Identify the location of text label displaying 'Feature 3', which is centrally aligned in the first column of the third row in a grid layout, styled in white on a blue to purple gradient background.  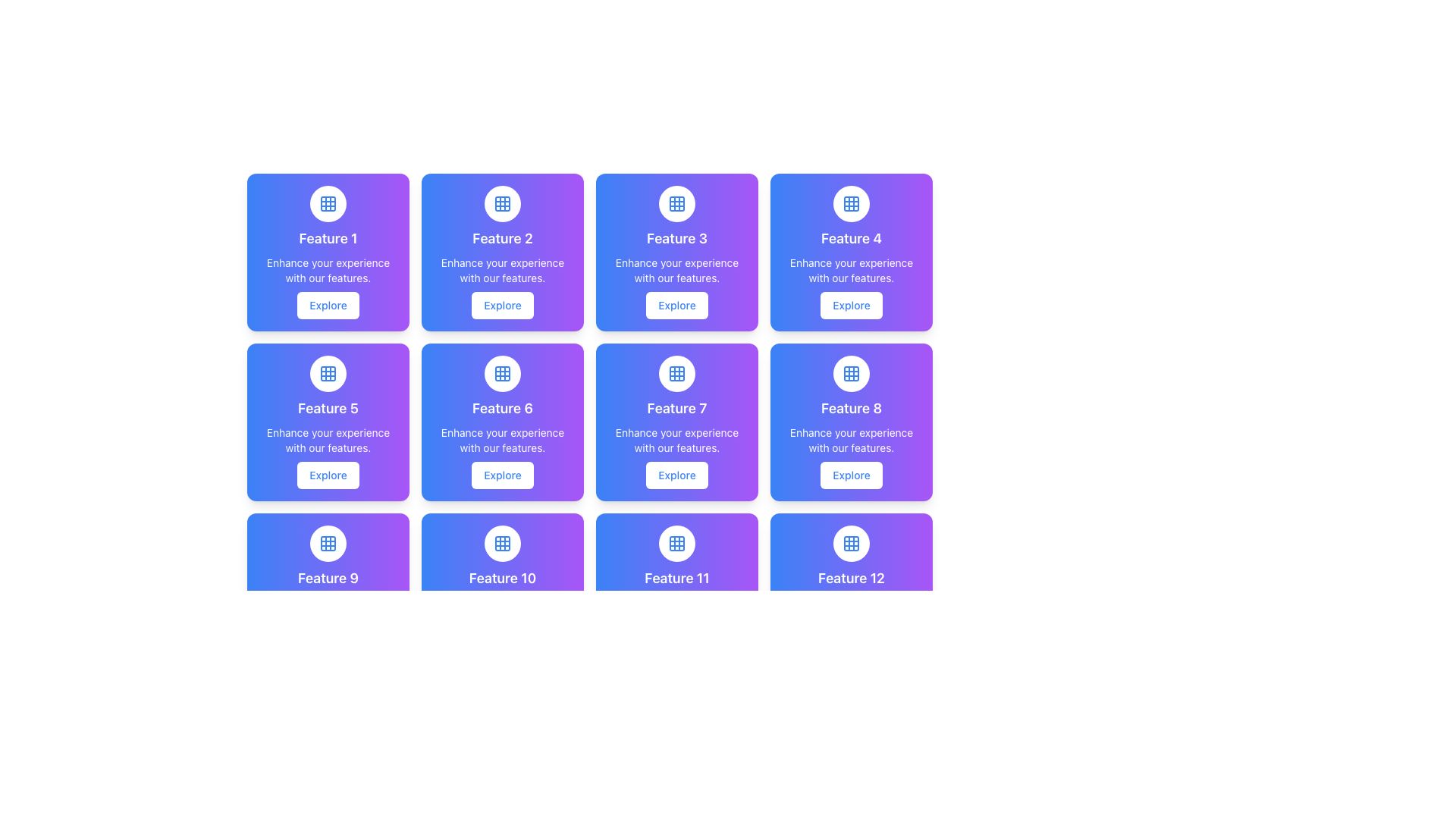
(676, 239).